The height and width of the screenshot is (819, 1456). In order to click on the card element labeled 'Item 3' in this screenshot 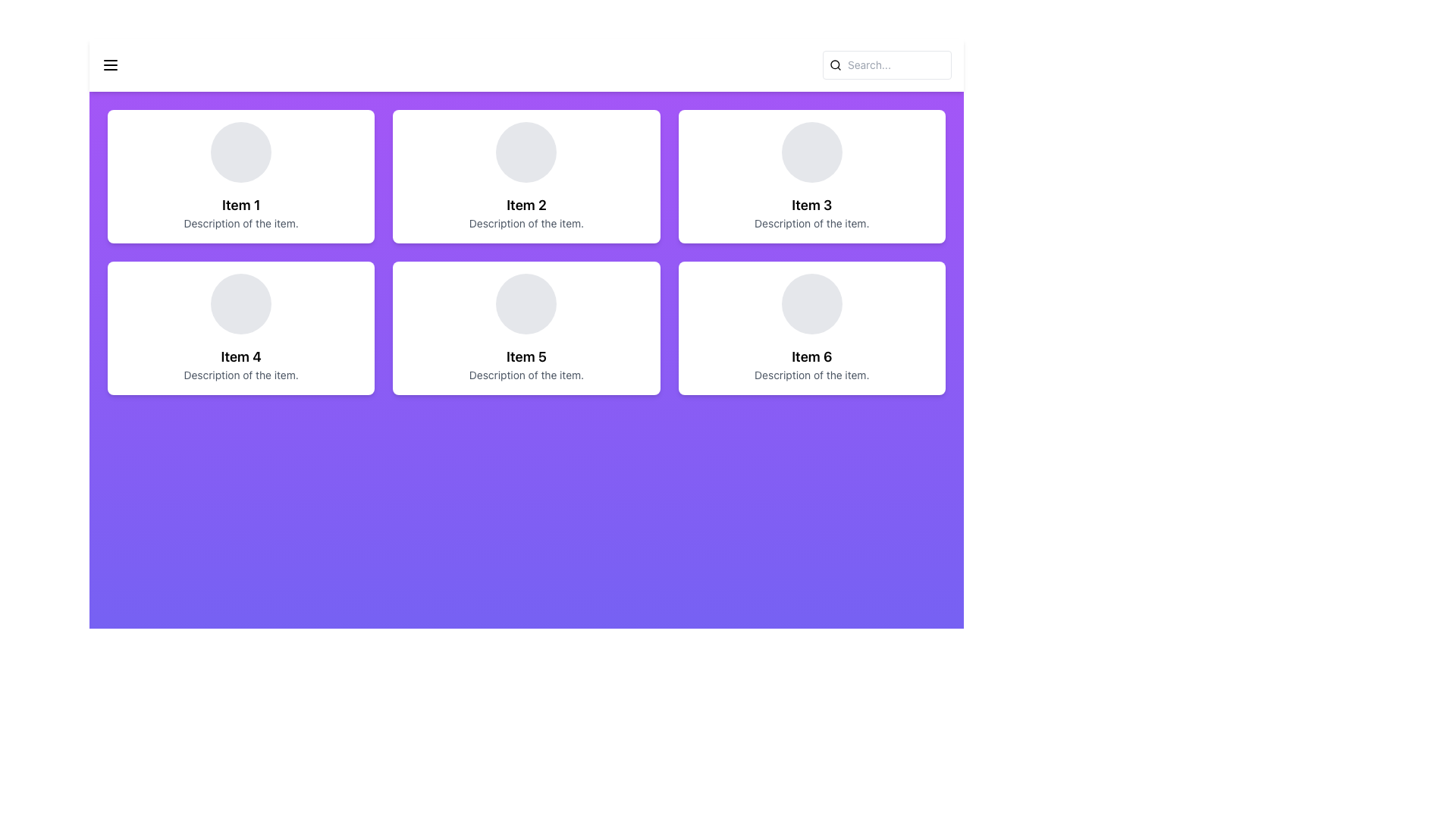, I will do `click(811, 175)`.